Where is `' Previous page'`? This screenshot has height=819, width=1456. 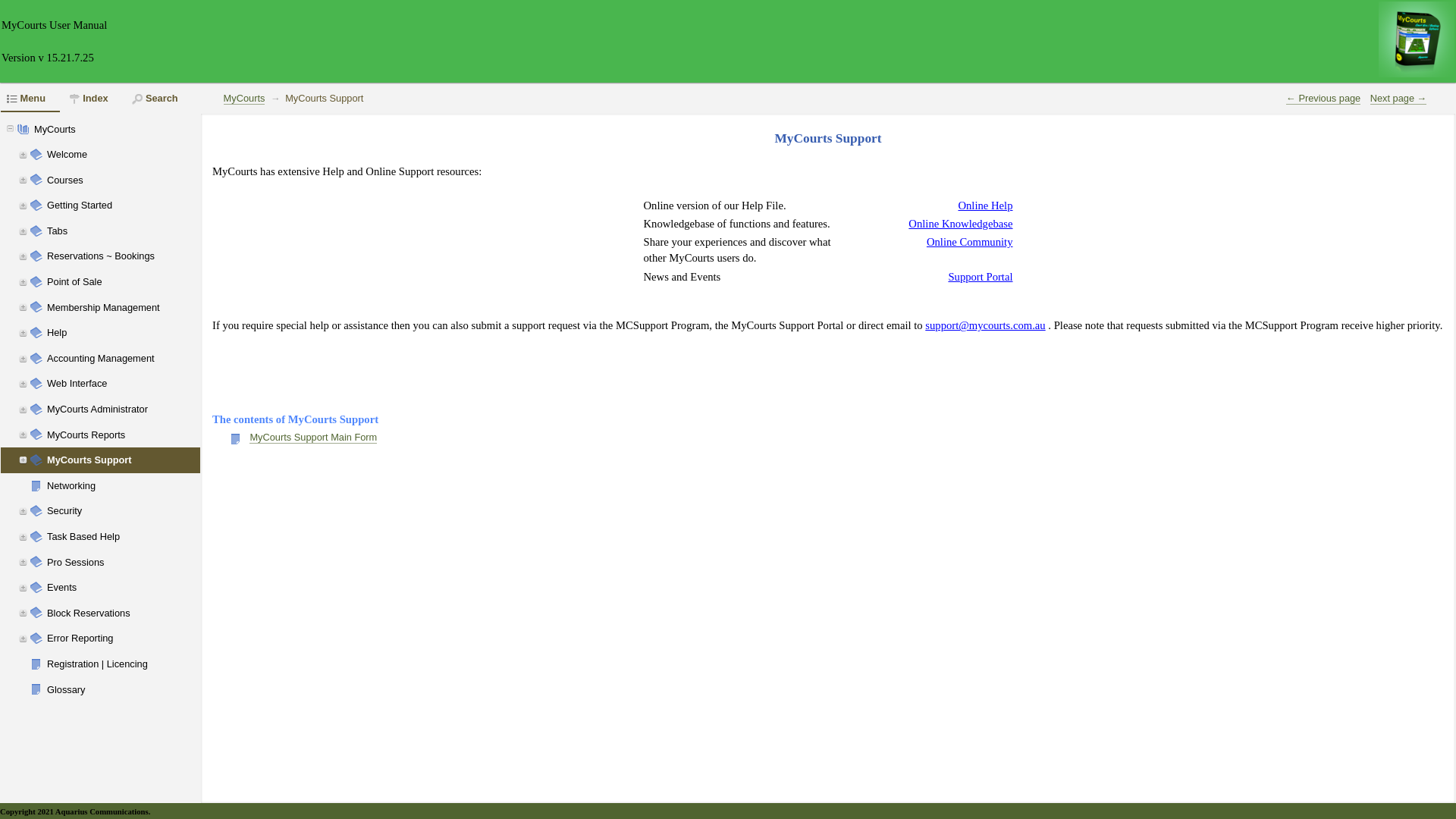 ' Previous page' is located at coordinates (1285, 99).